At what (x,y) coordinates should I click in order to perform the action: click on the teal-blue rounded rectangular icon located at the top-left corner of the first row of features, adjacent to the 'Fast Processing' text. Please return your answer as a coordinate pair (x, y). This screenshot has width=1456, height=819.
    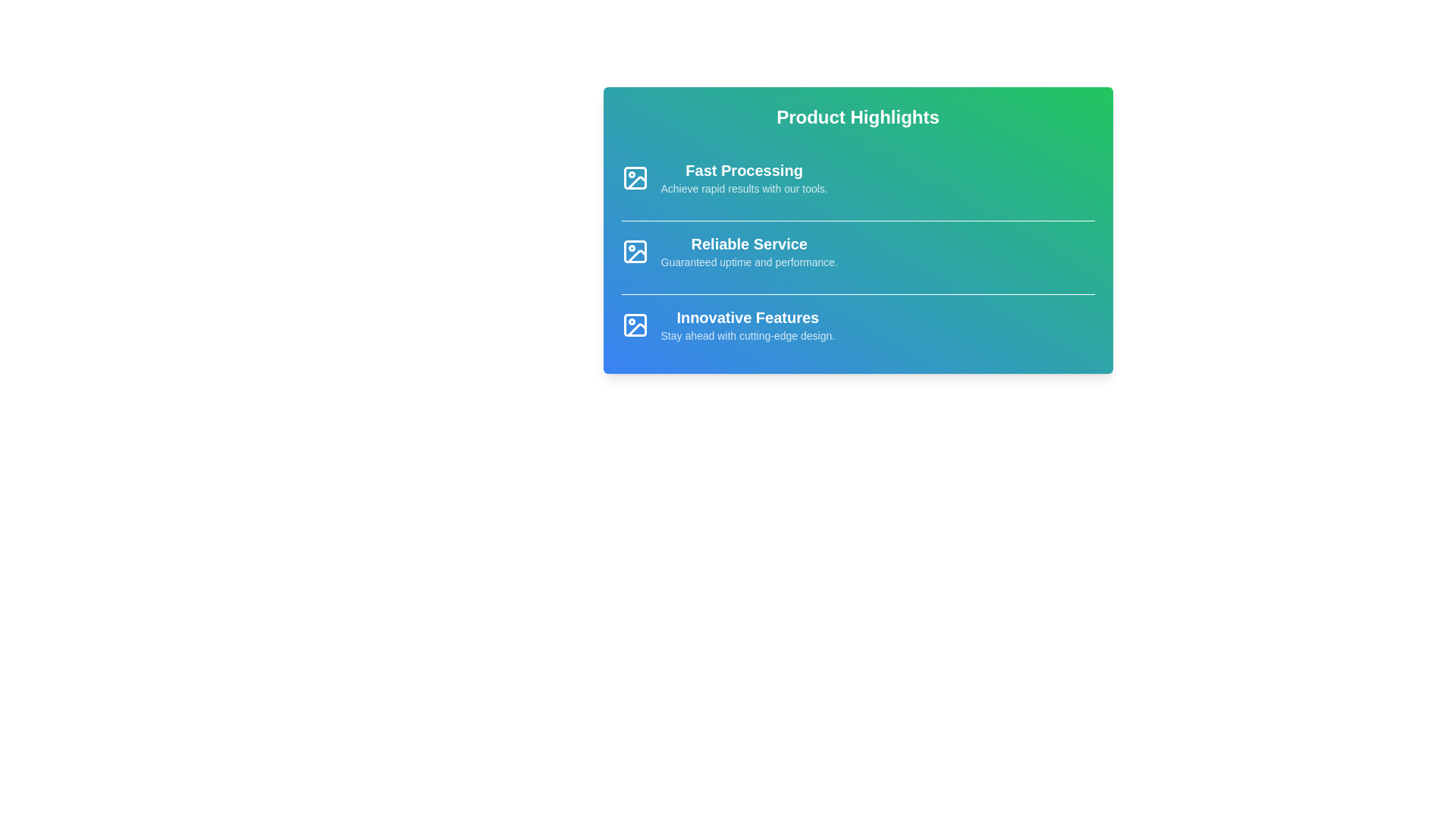
    Looking at the image, I should click on (635, 177).